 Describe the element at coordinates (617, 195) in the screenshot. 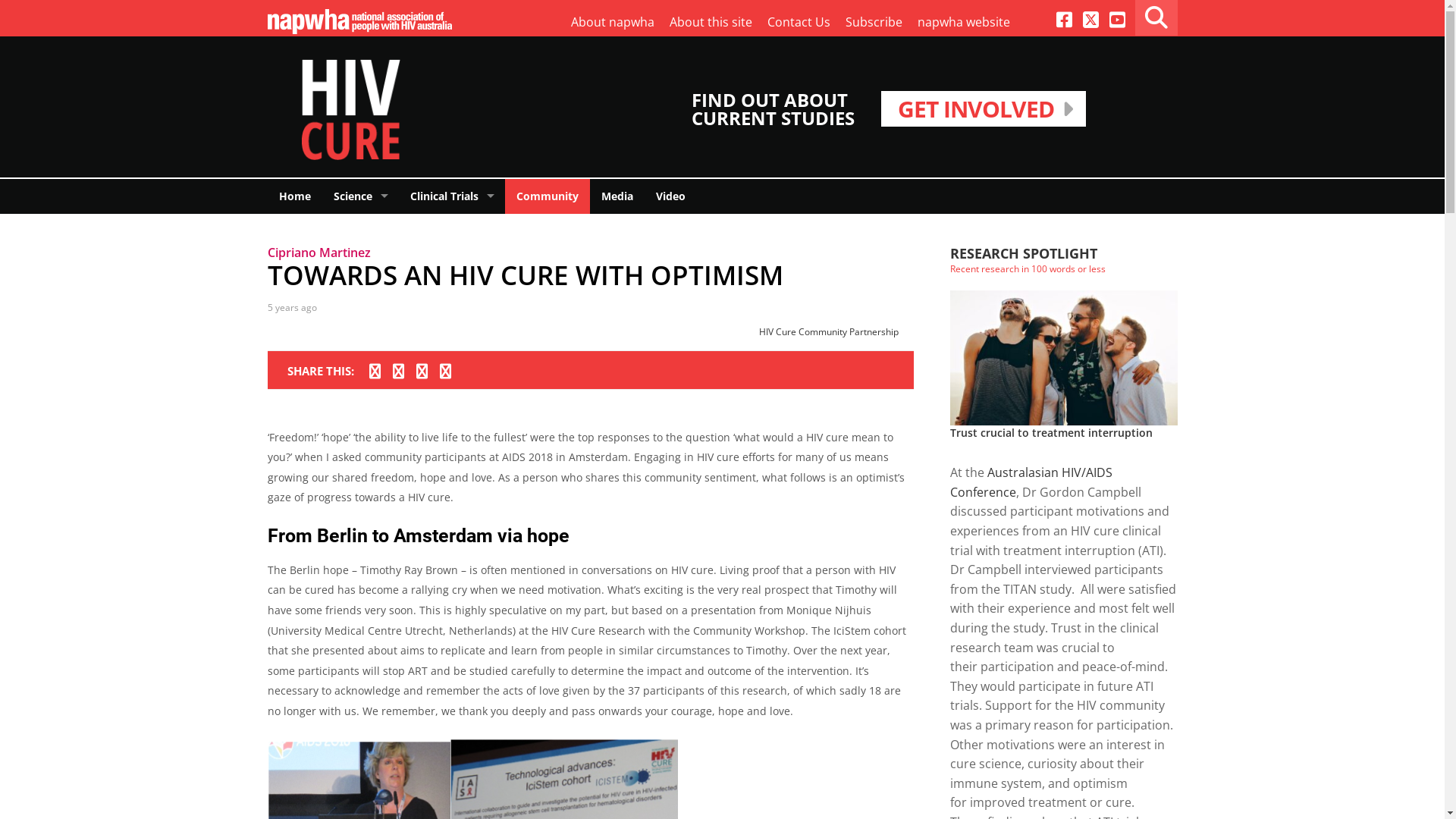

I see `'Media'` at that location.